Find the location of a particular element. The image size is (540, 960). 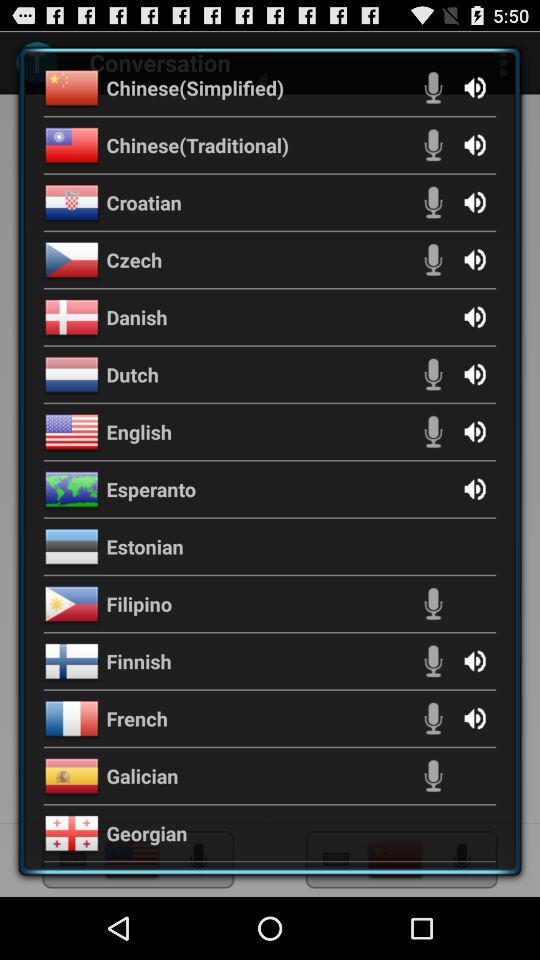

the icon above esperanto icon is located at coordinates (138, 431).